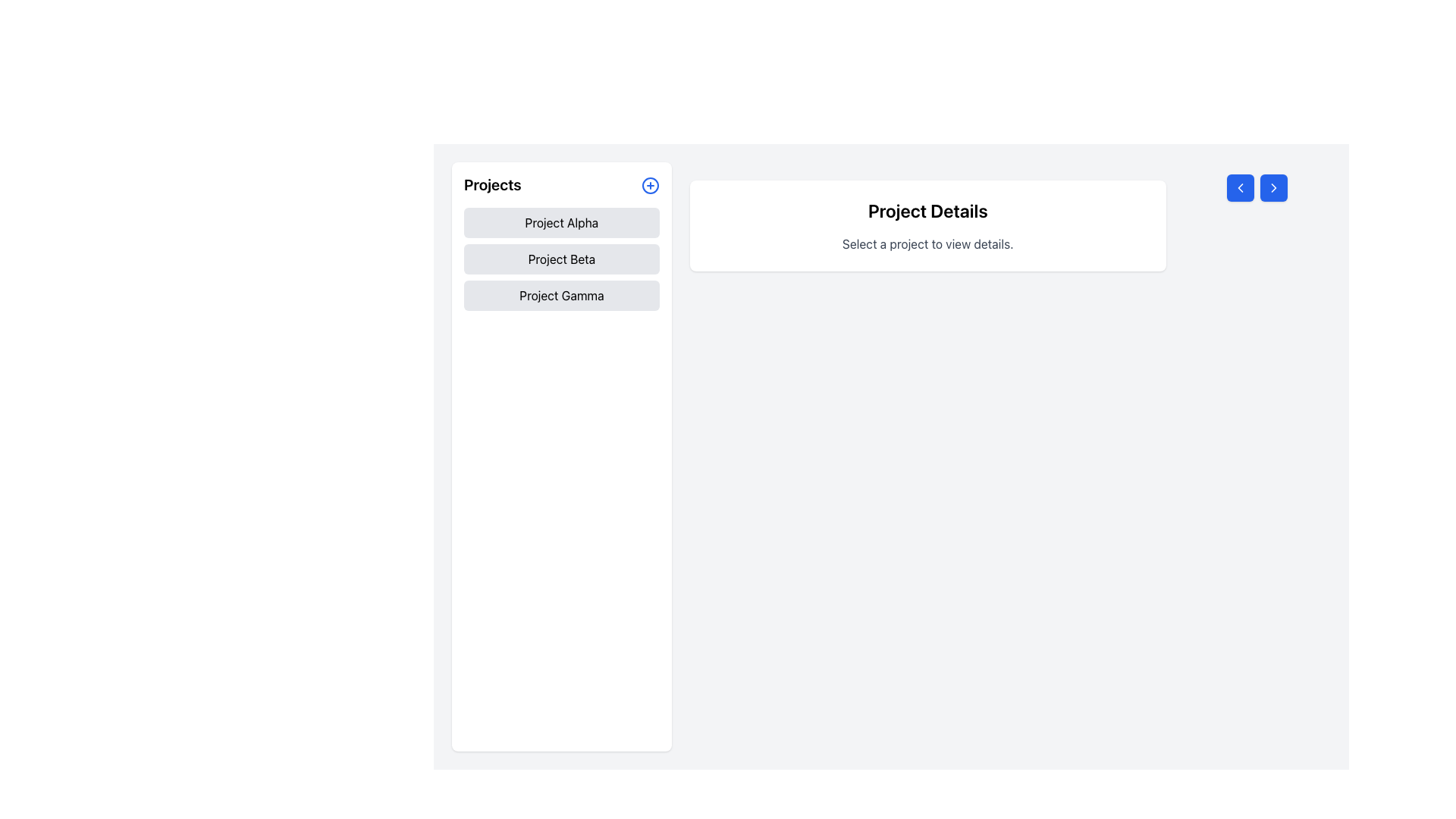  What do you see at coordinates (1274, 187) in the screenshot?
I see `the second button located at the top-right corner of the interface` at bounding box center [1274, 187].